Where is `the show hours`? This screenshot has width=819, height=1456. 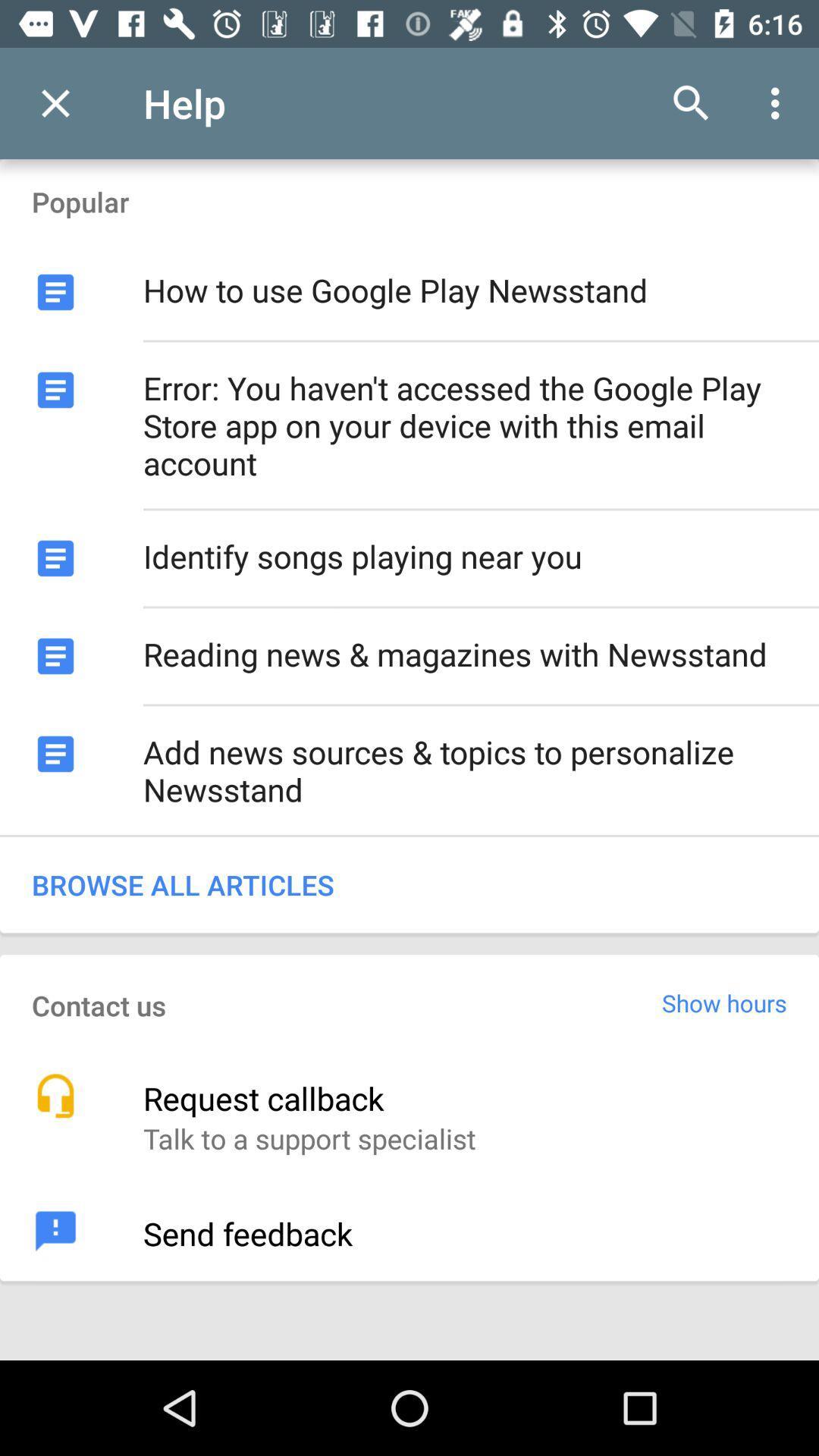
the show hours is located at coordinates (723, 1003).